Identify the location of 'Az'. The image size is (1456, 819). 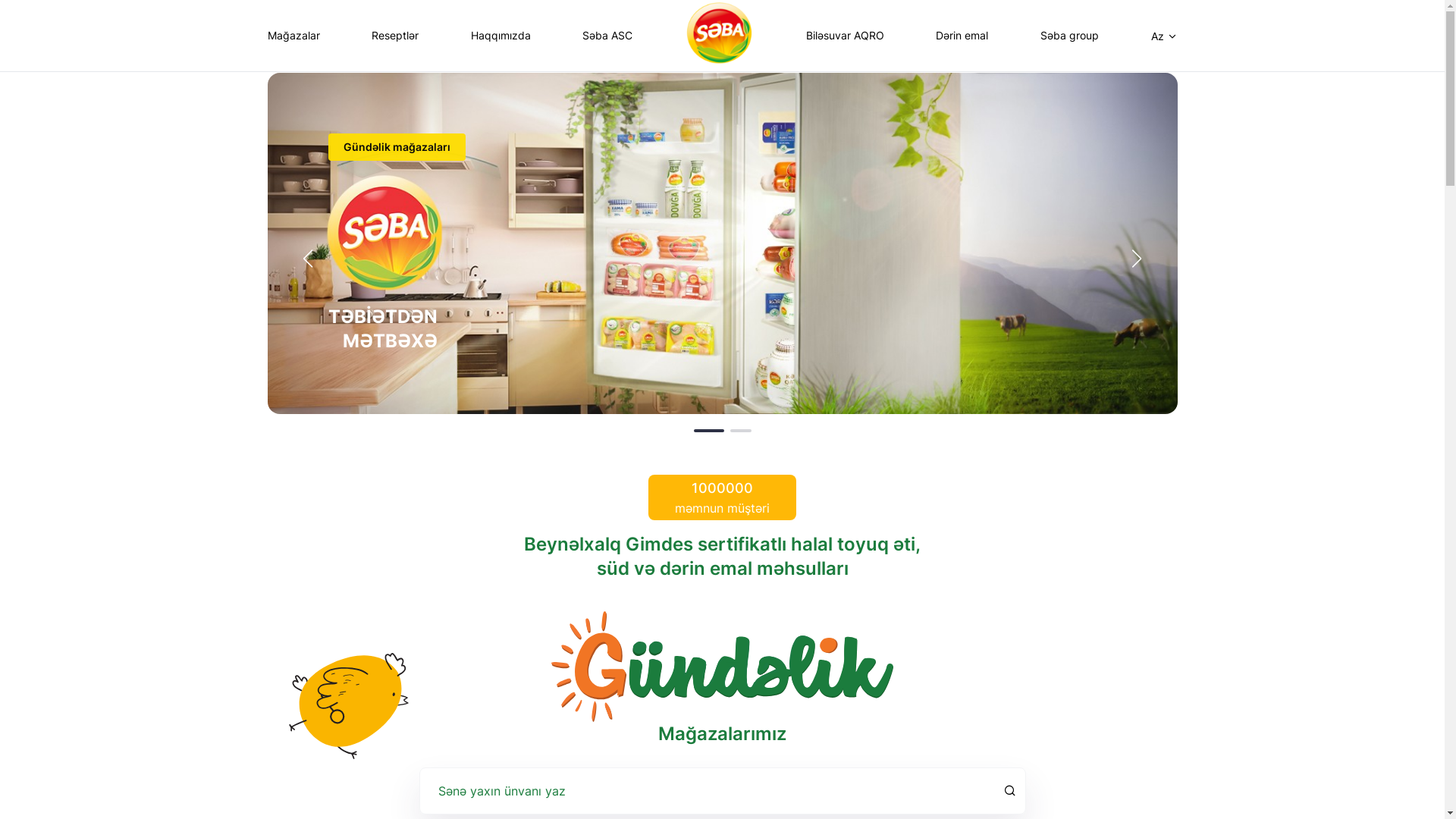
(1163, 35).